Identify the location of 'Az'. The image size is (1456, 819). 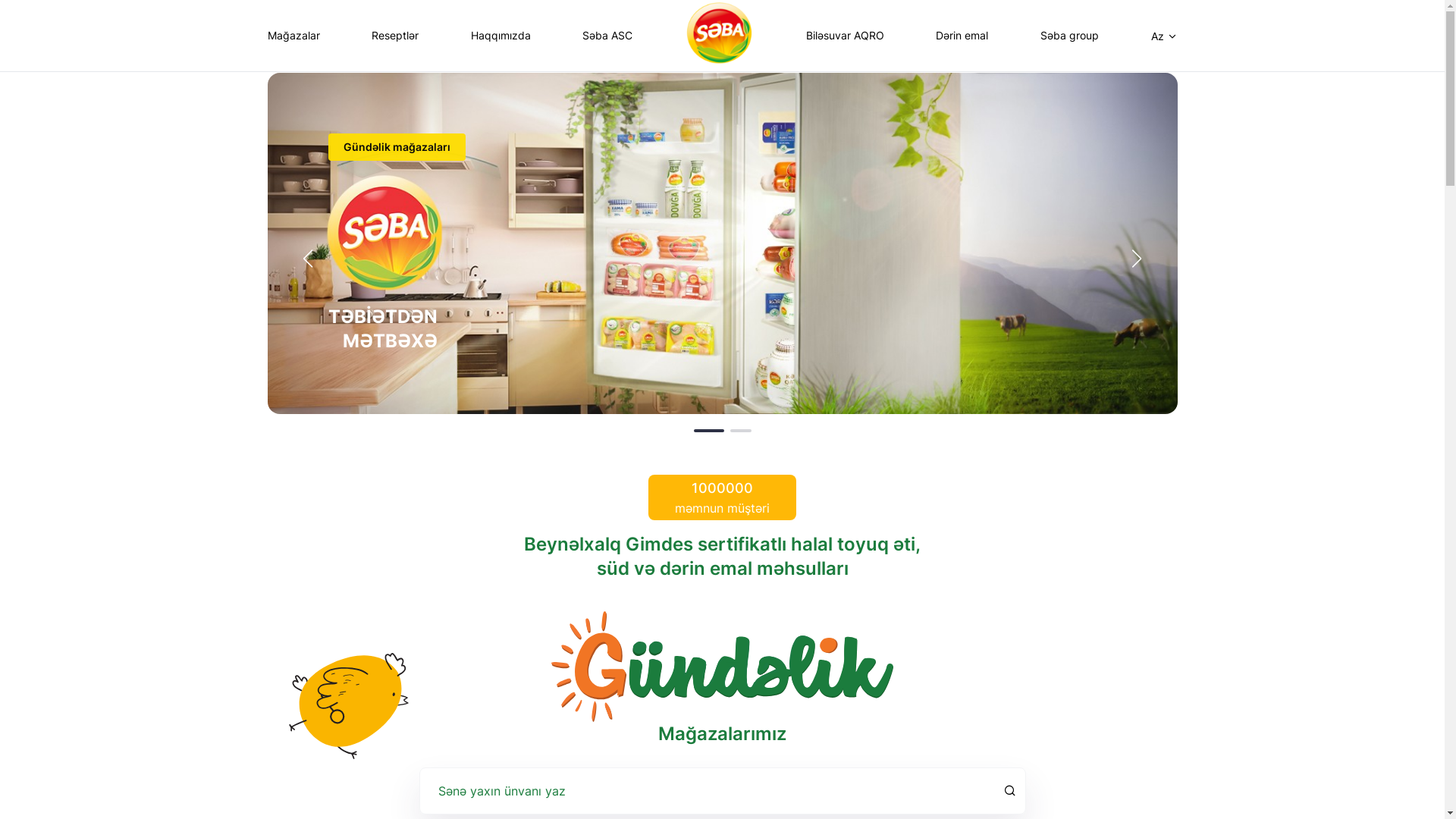
(1163, 35).